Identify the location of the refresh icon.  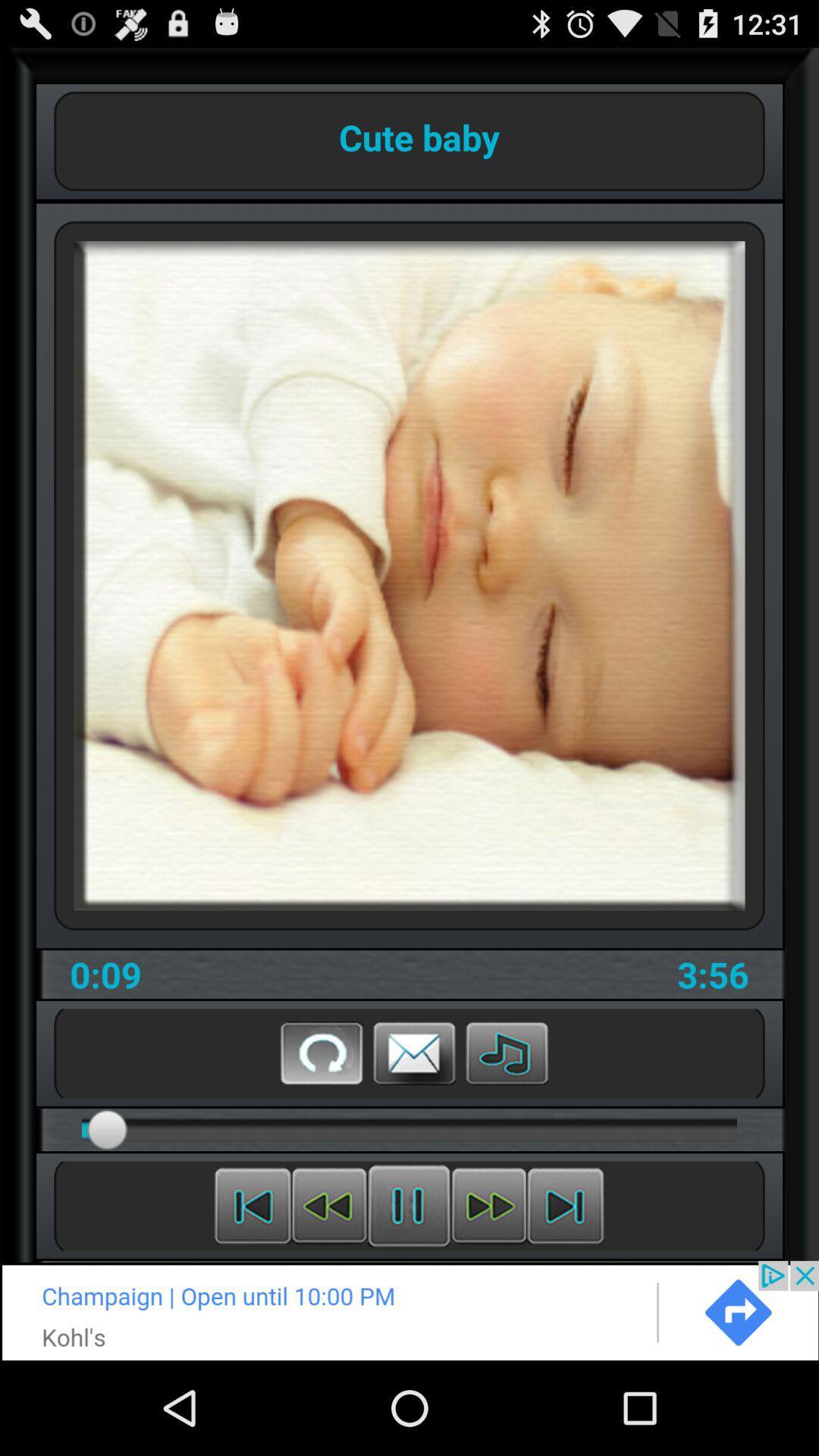
(321, 1127).